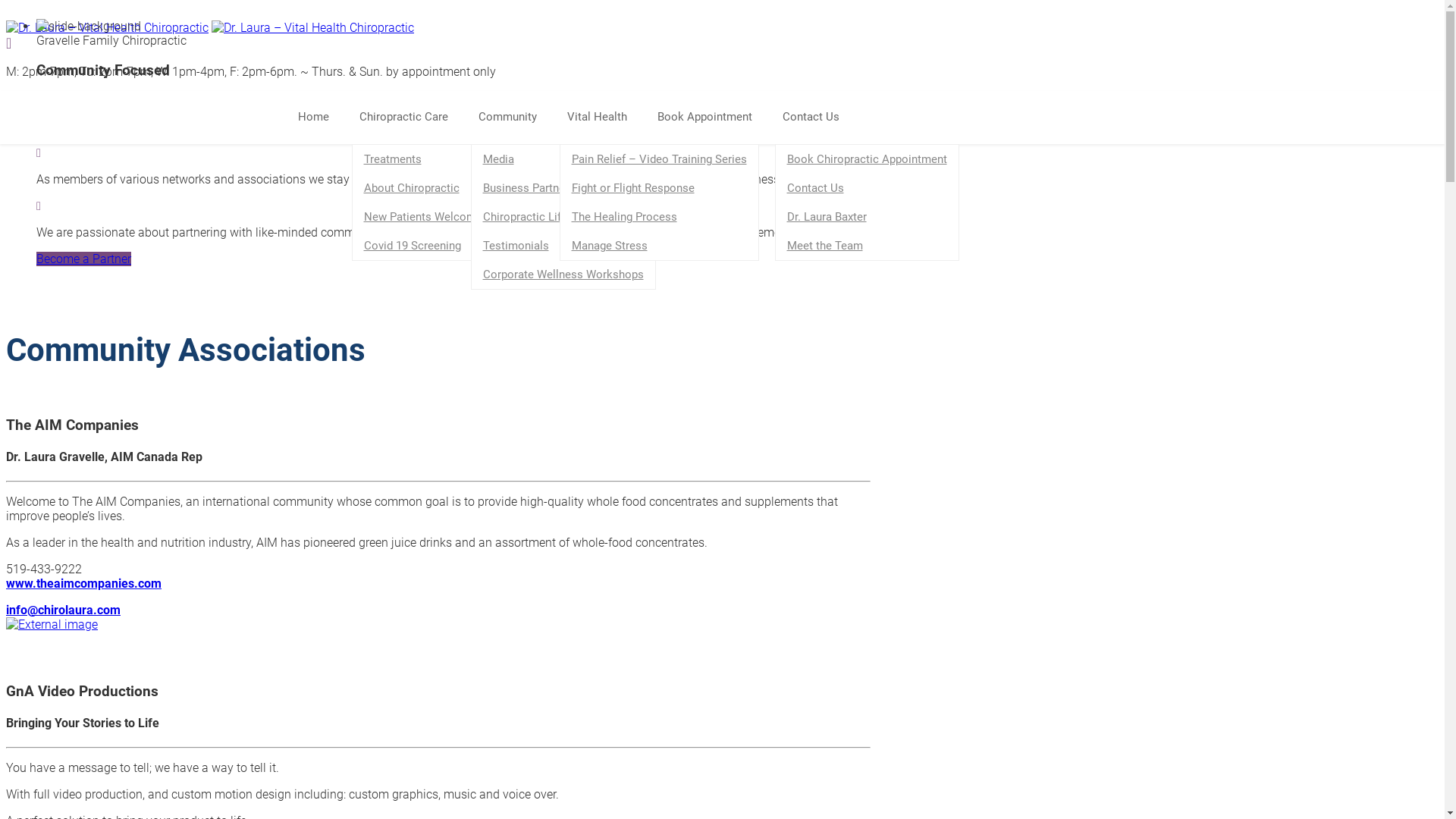 Image resolution: width=1456 pixels, height=819 pixels. Describe the element at coordinates (411, 116) in the screenshot. I see `'Chiropractic Care'` at that location.